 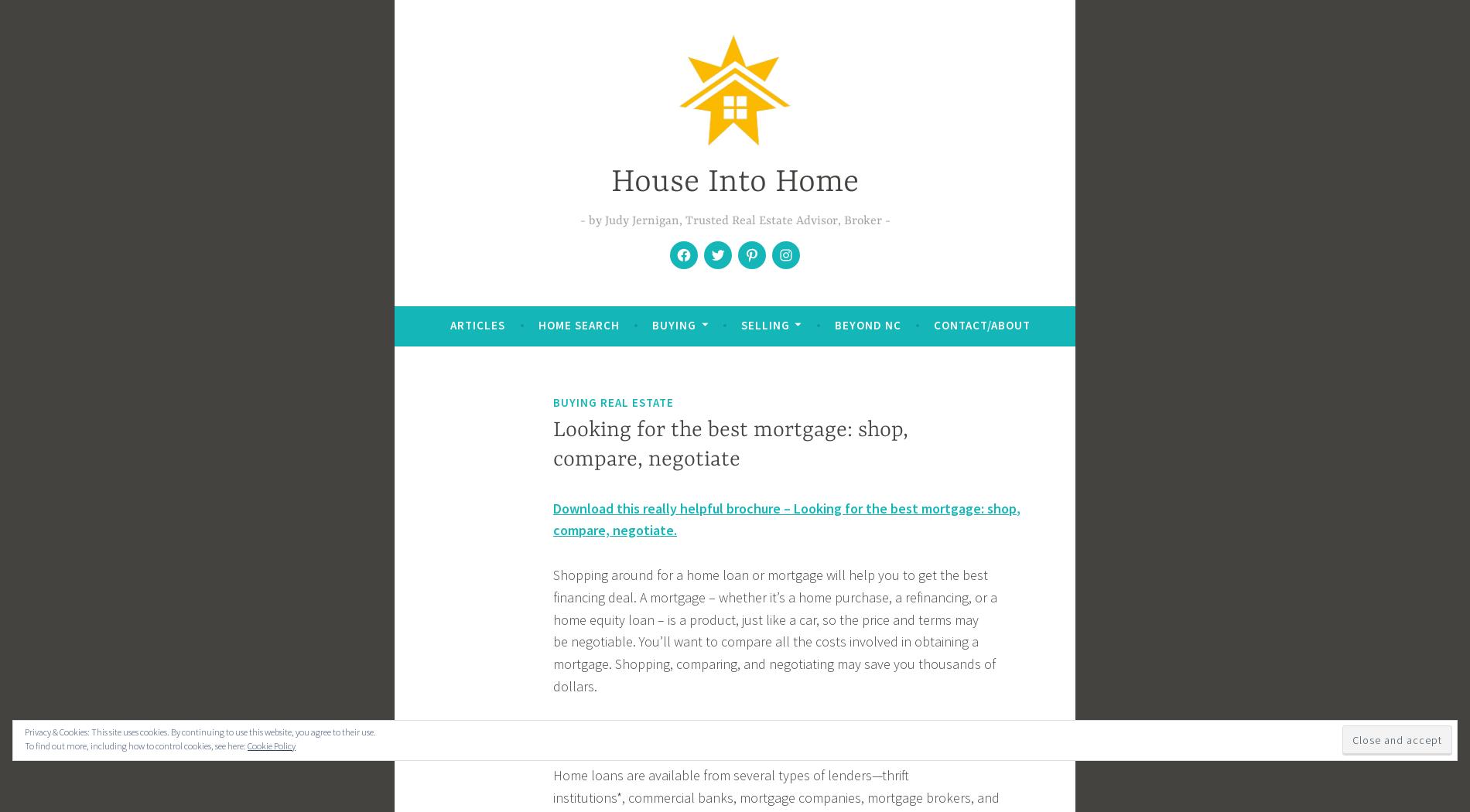 What do you see at coordinates (199, 731) in the screenshot?
I see `'Privacy & Cookies: This site uses cookies. By continuing to use this website, you agree to their use.'` at bounding box center [199, 731].